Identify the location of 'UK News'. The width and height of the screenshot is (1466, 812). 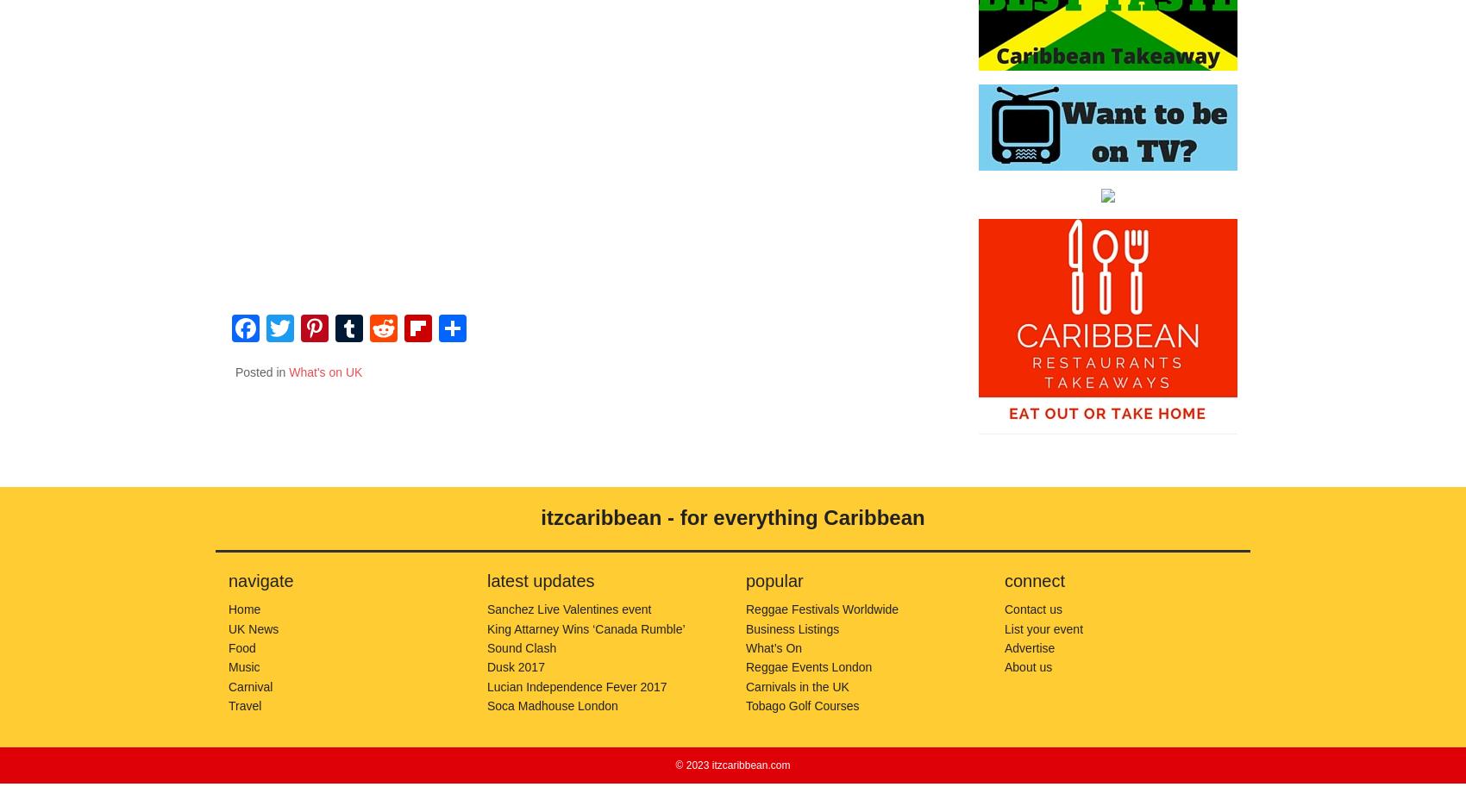
(253, 628).